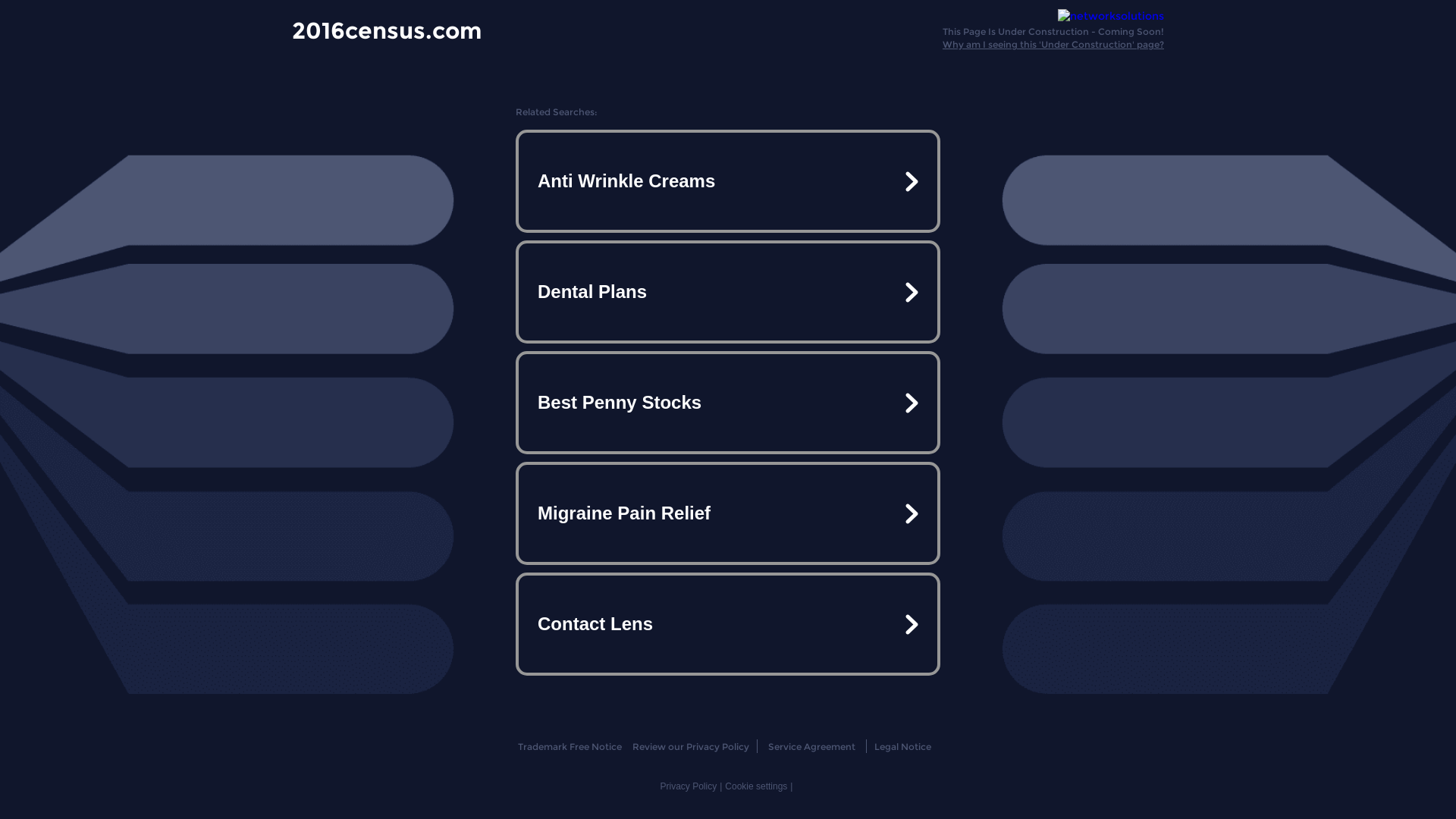 This screenshot has width=1456, height=819. I want to click on 'Contact Lens', so click(728, 623).